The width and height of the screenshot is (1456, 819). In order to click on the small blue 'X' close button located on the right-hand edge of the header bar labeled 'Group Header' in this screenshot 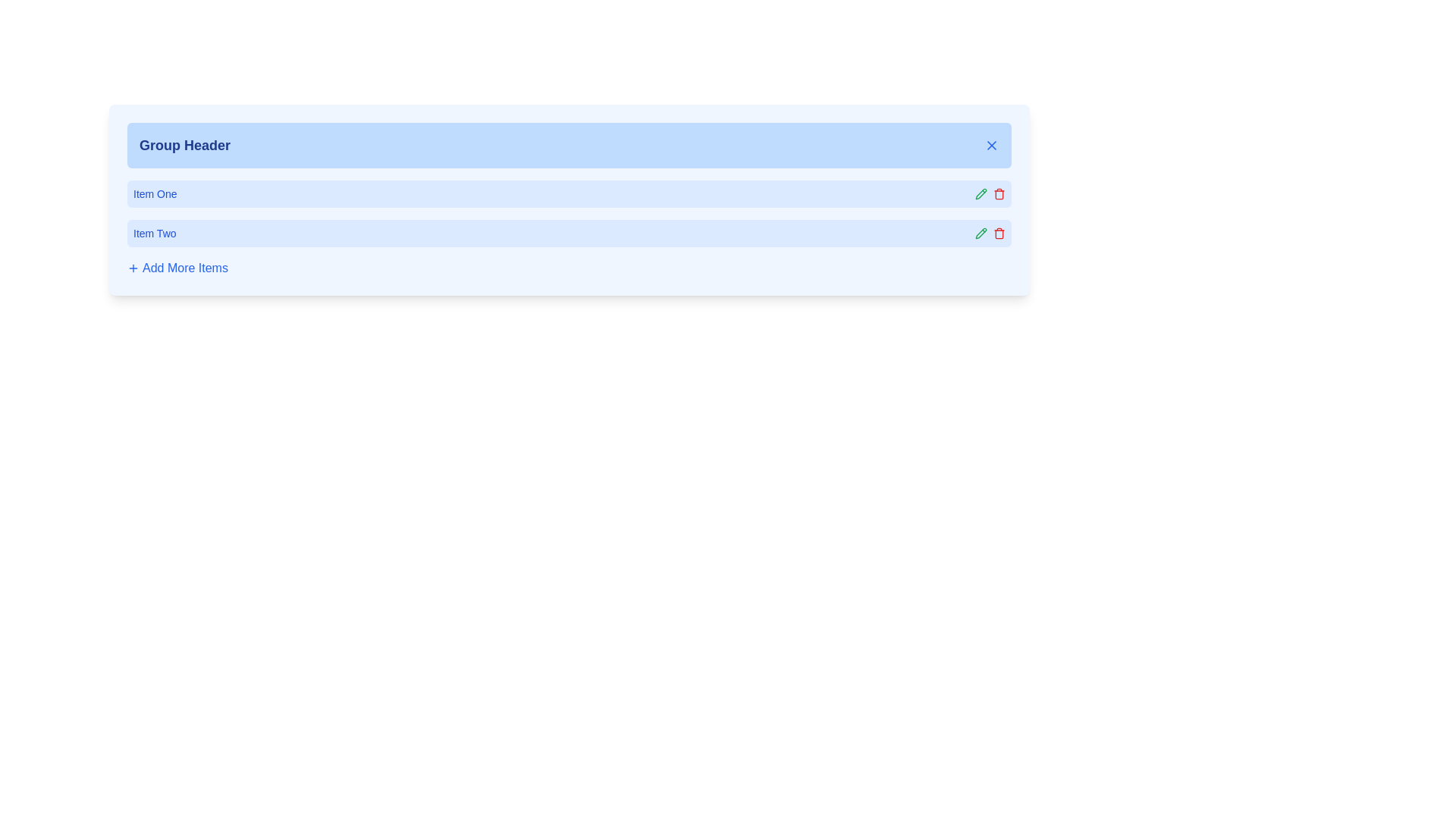, I will do `click(992, 146)`.